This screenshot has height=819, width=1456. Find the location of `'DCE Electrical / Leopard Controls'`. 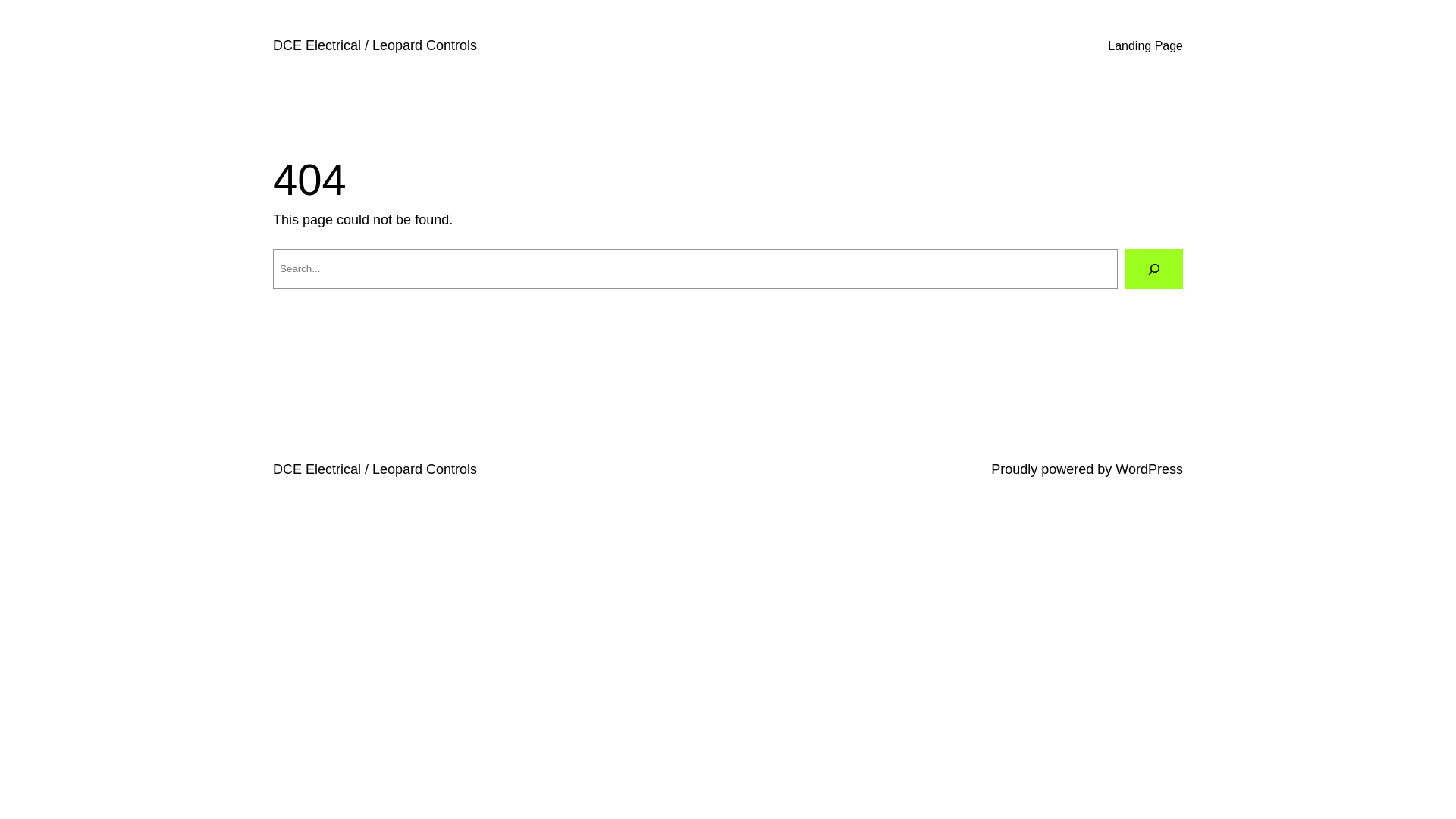

'DCE Electrical / Leopard Controls' is located at coordinates (375, 468).